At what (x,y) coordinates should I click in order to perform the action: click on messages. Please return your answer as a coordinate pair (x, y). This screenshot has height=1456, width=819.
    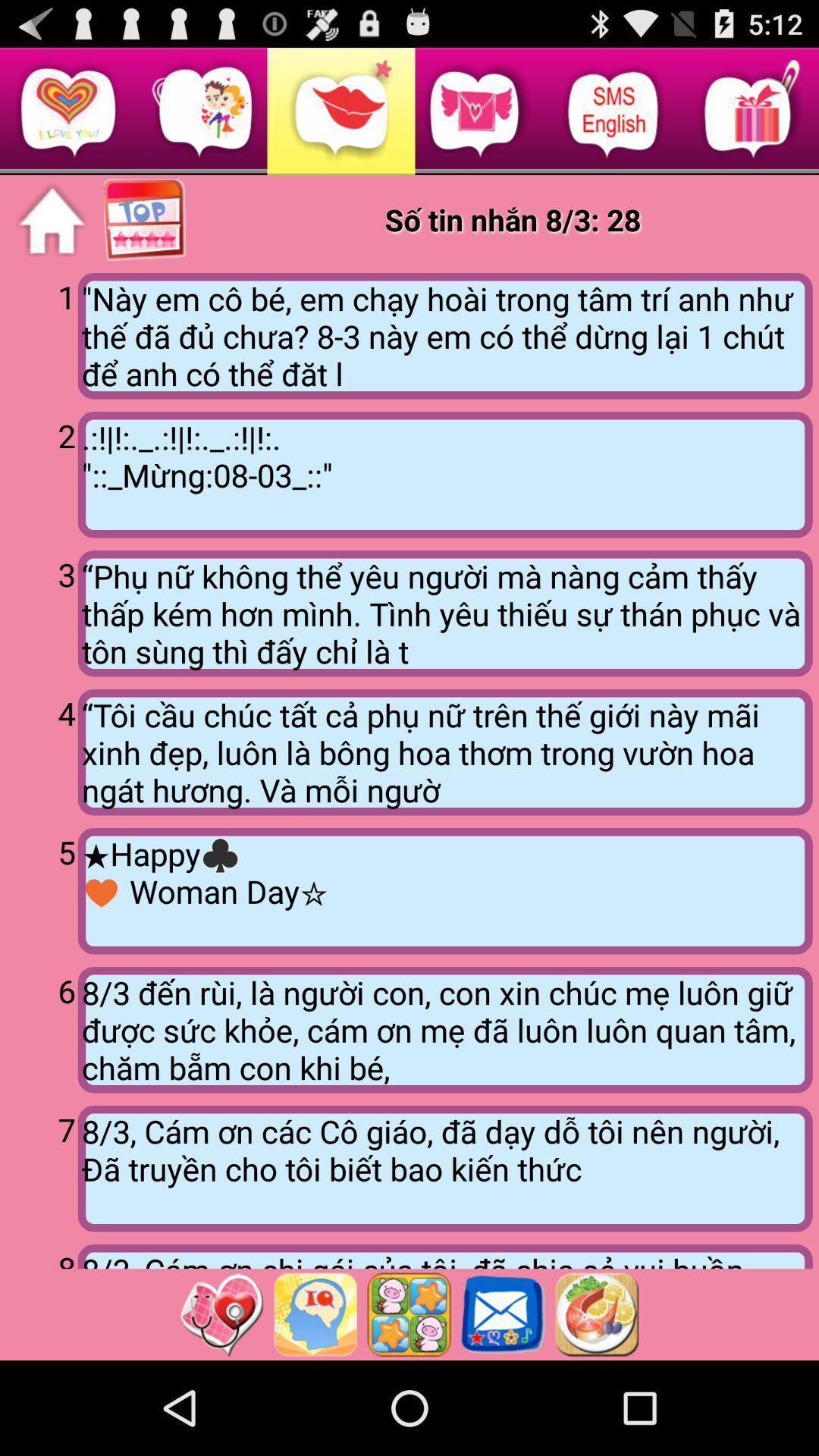
    Looking at the image, I should click on (503, 1313).